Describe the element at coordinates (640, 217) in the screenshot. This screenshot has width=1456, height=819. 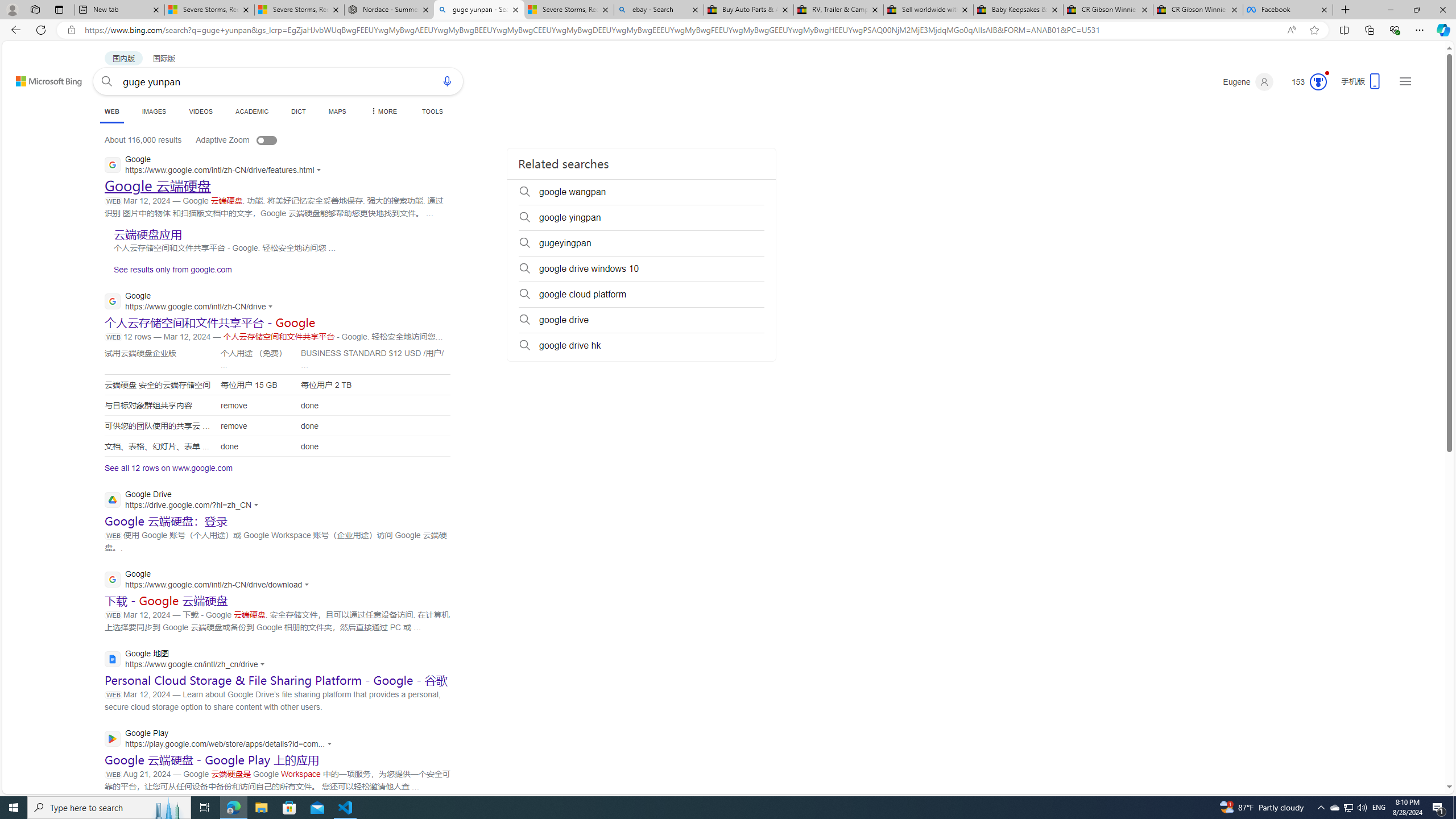
I see `'google yingpan'` at that location.